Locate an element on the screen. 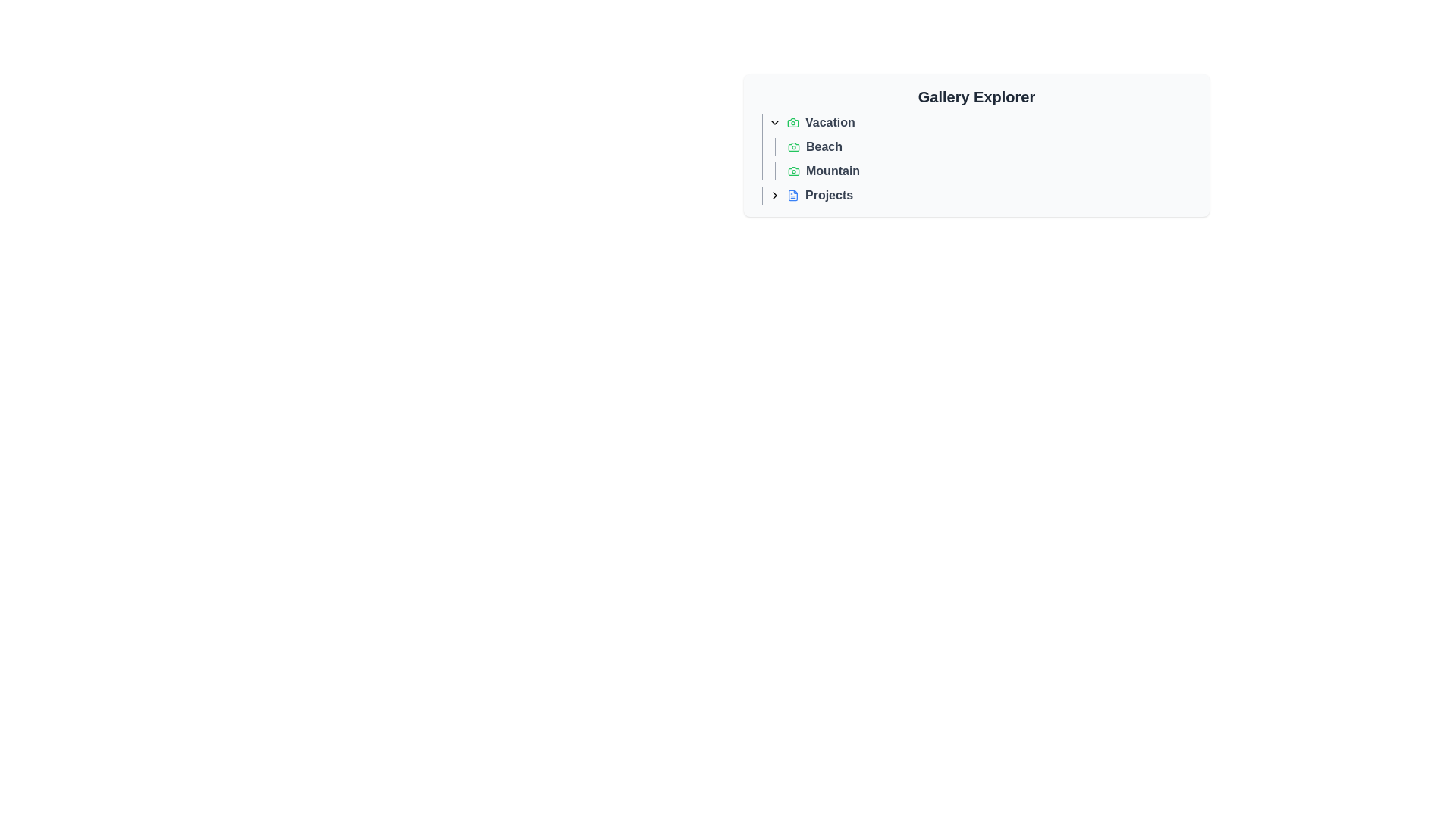 This screenshot has width=1456, height=819. the camera icon that visually represents the 'Beach' item in the Gallery Explorer is located at coordinates (792, 146).